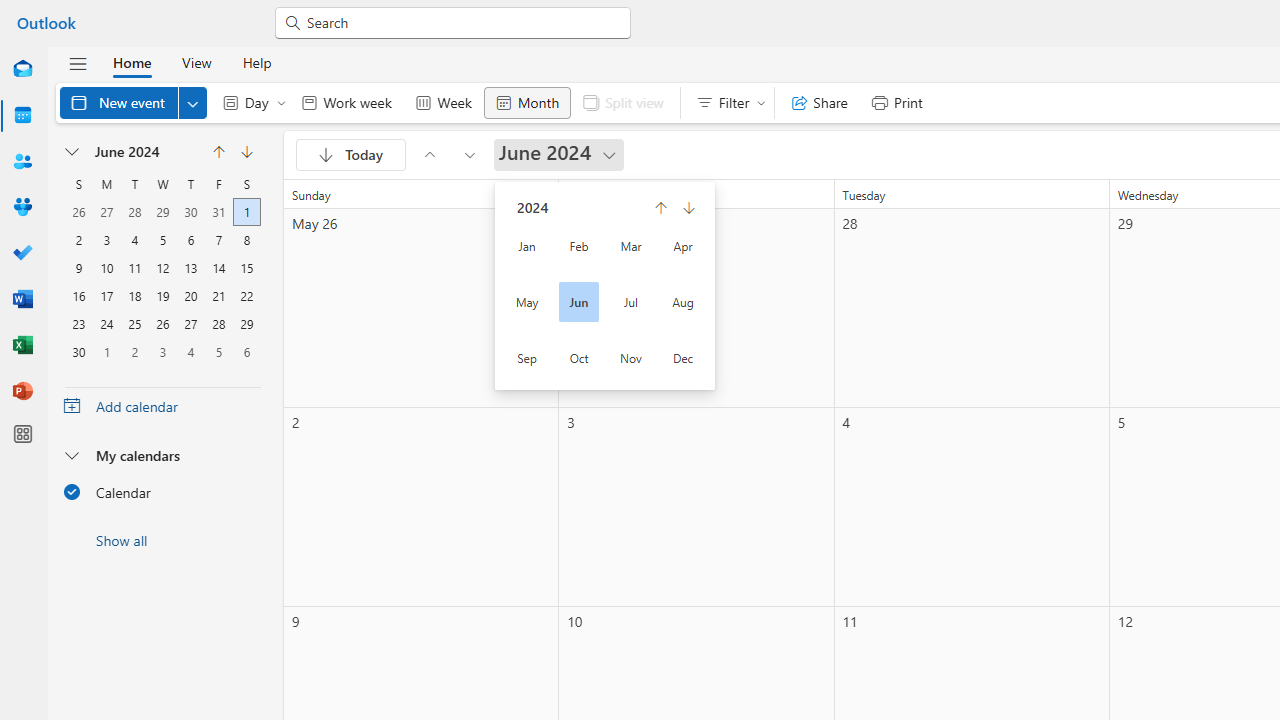 This screenshot has height=720, width=1280. I want to click on 'Friday', so click(218, 183).